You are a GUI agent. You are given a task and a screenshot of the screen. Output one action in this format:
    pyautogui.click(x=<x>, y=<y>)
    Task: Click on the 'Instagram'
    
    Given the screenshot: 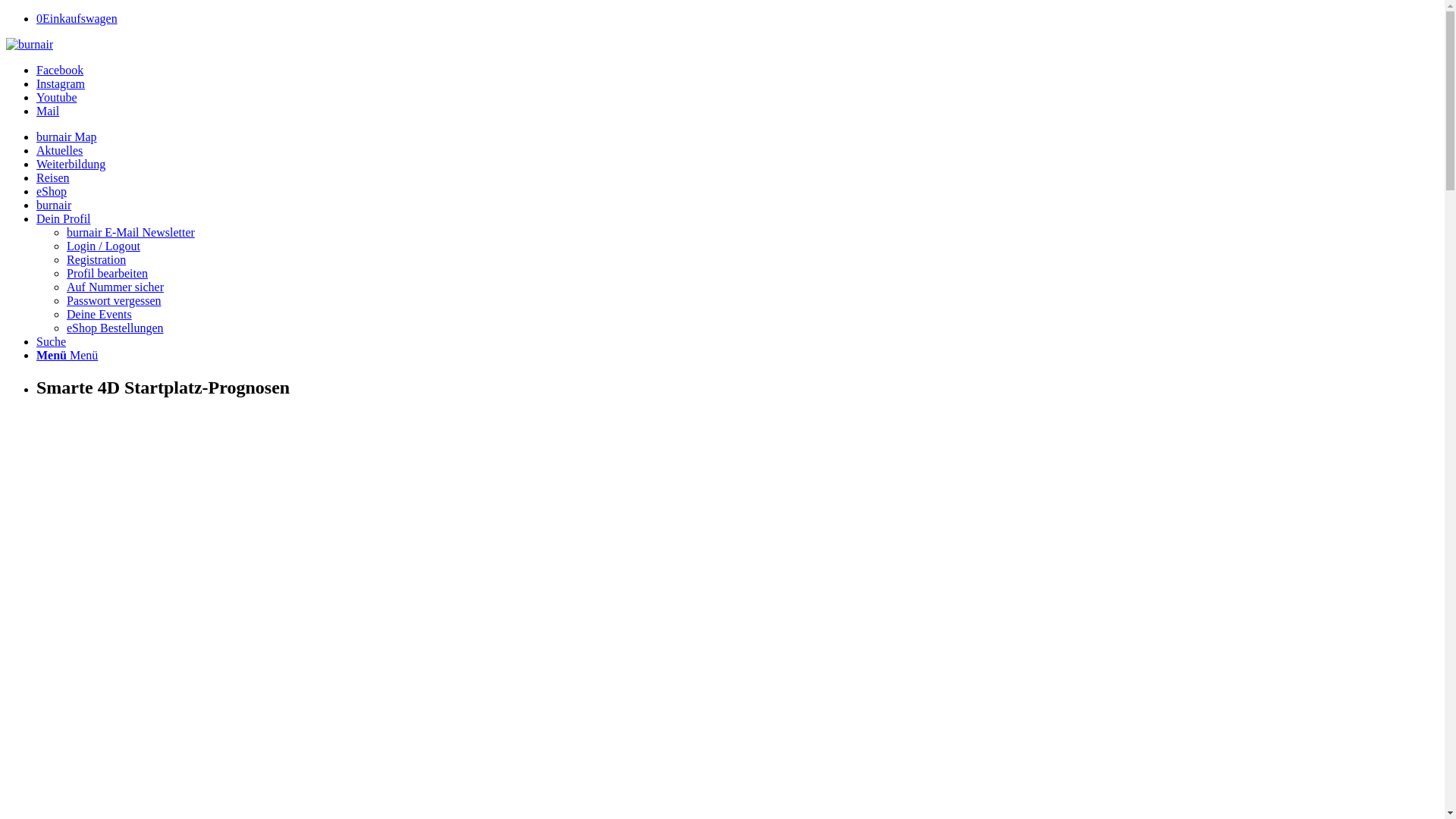 What is the action you would take?
    pyautogui.click(x=61, y=83)
    